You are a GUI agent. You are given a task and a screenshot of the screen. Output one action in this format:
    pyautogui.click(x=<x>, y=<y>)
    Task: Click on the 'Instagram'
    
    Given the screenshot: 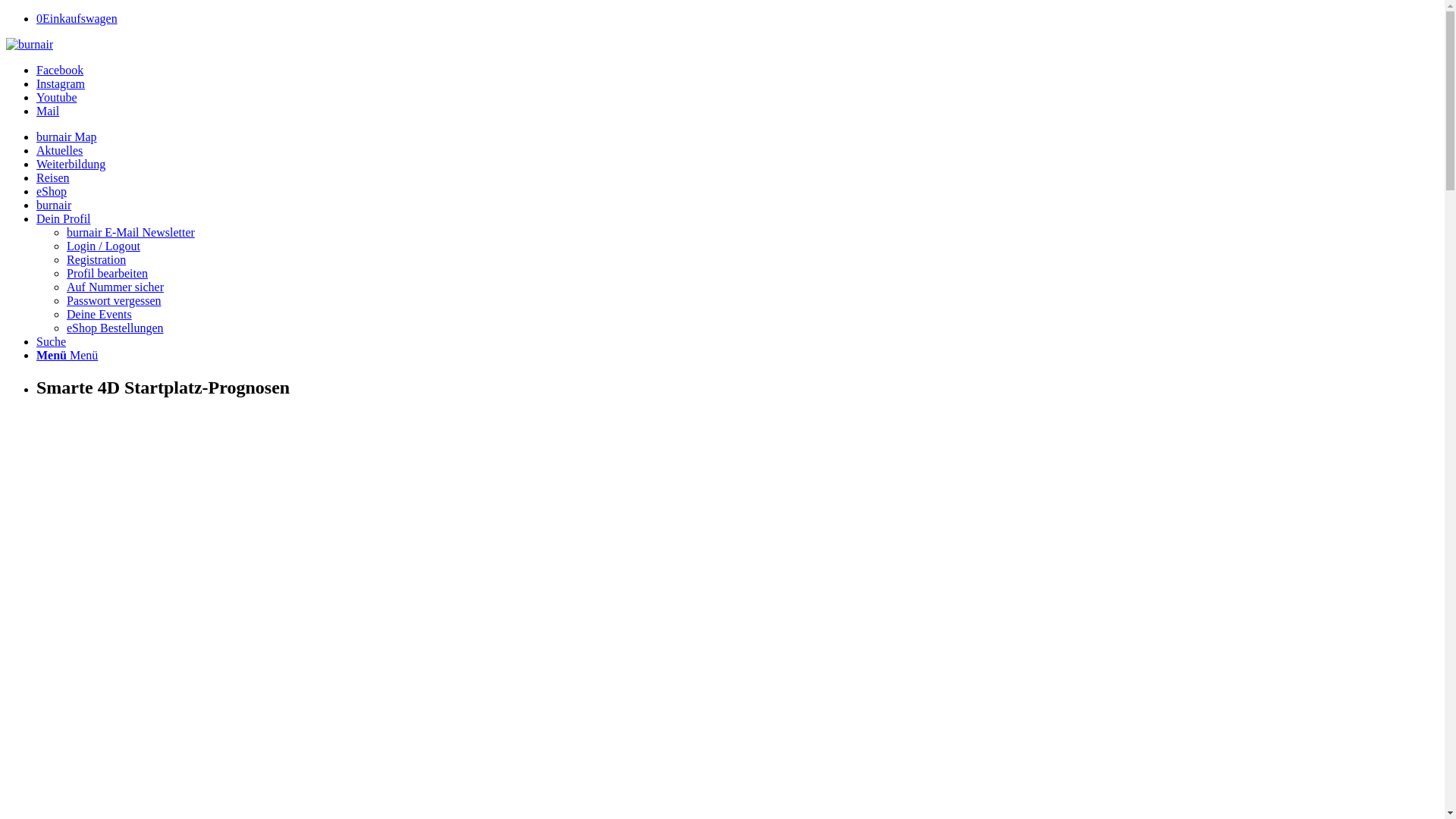 What is the action you would take?
    pyautogui.click(x=61, y=83)
    